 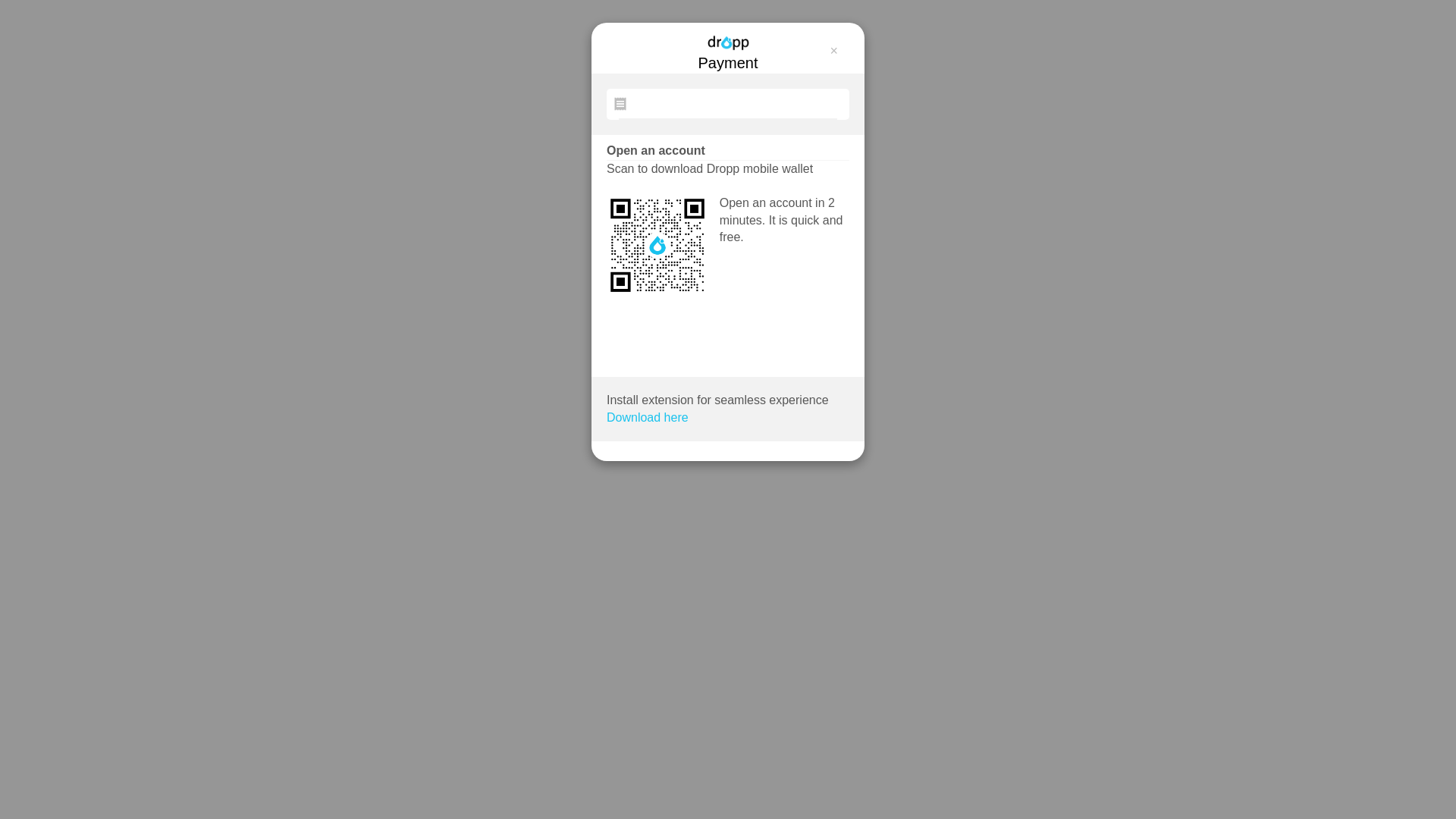 What do you see at coordinates (607, 418) in the screenshot?
I see `'Download here'` at bounding box center [607, 418].